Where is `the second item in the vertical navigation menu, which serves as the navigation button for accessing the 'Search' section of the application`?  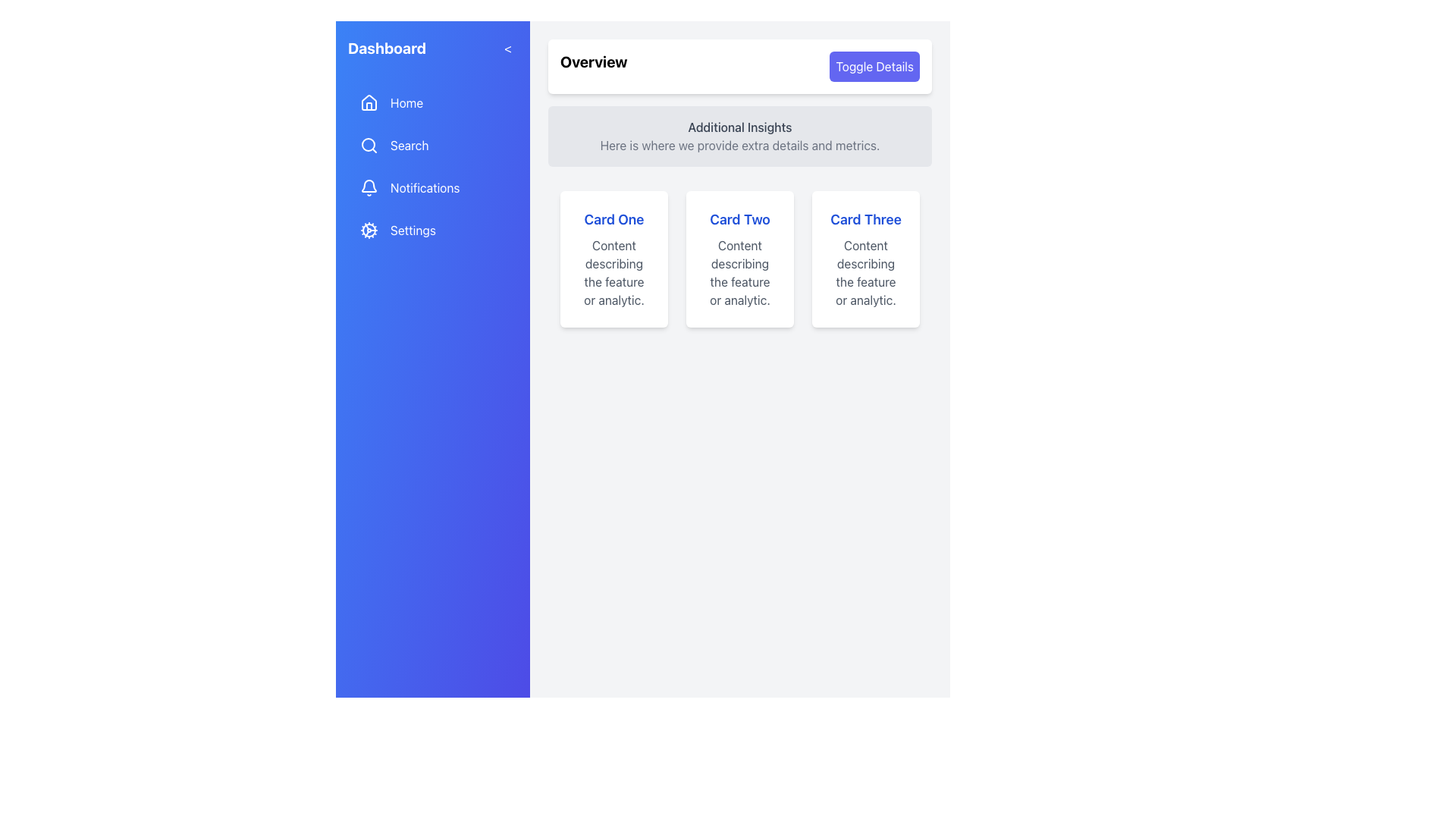 the second item in the vertical navigation menu, which serves as the navigation button for accessing the 'Search' section of the application is located at coordinates (432, 146).